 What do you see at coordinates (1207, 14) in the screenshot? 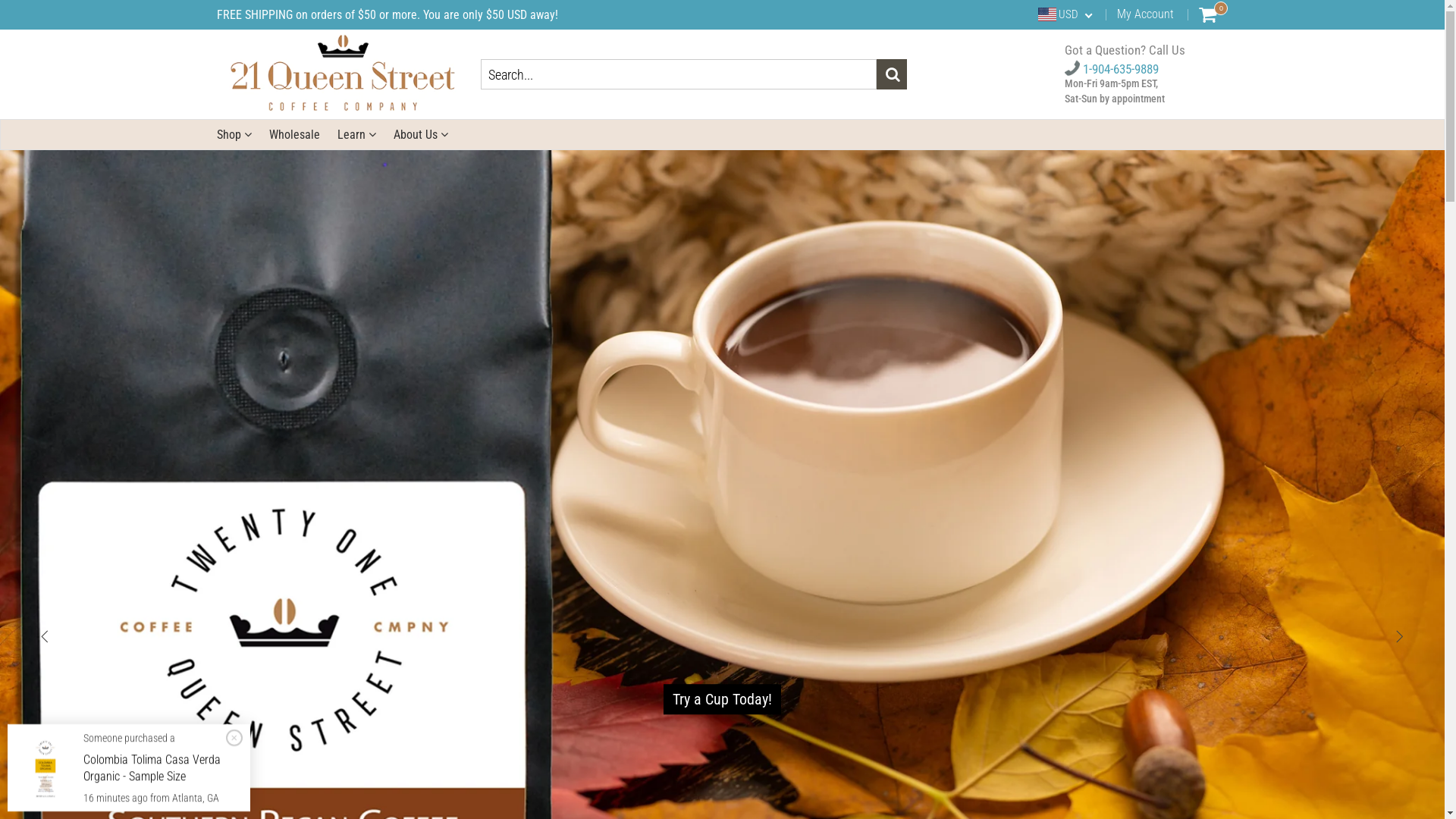
I see `'0'` at bounding box center [1207, 14].